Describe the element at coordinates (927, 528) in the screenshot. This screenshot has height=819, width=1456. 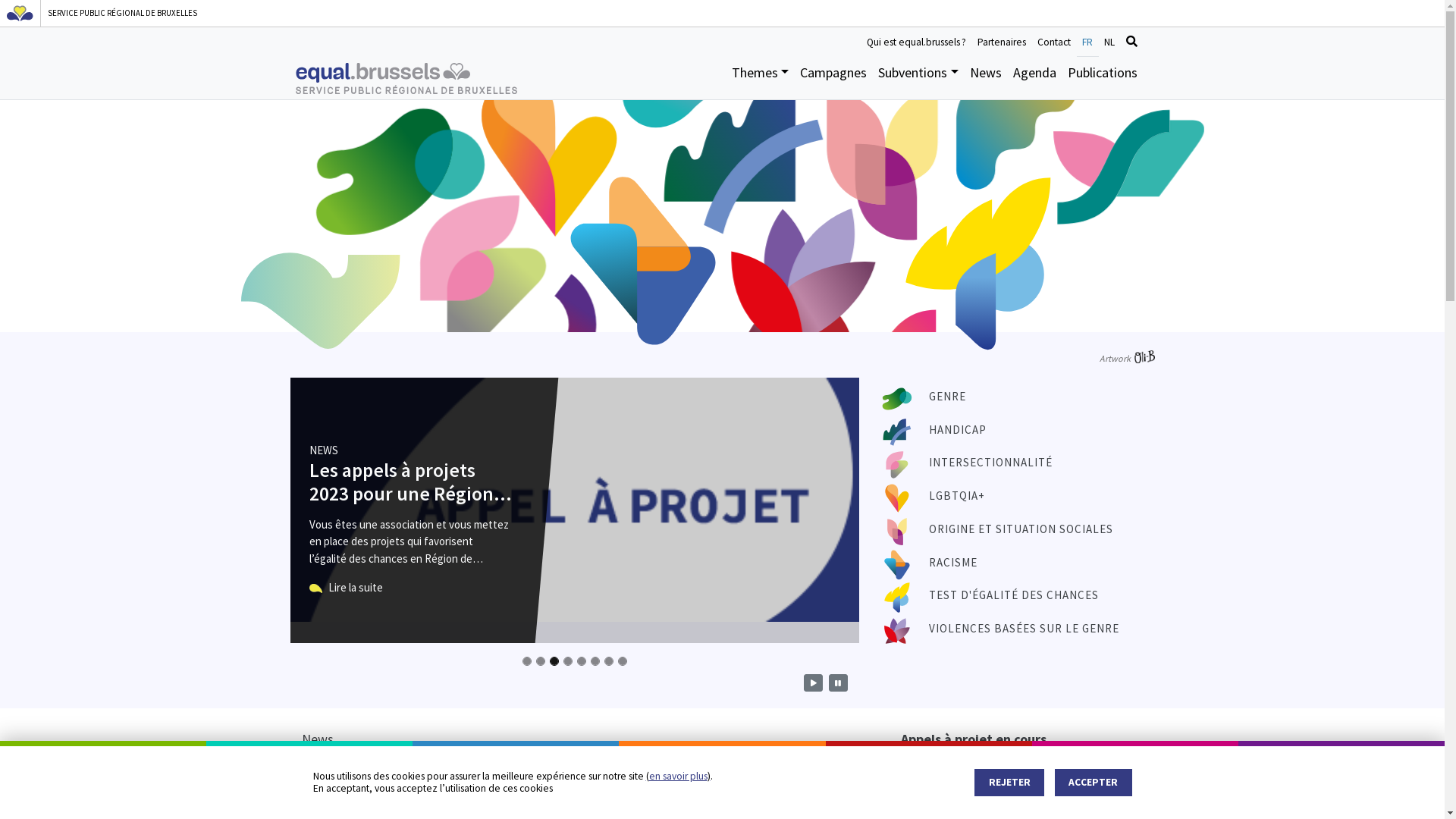
I see `'ORIGINE ET SITUATION SOCIALES'` at that location.